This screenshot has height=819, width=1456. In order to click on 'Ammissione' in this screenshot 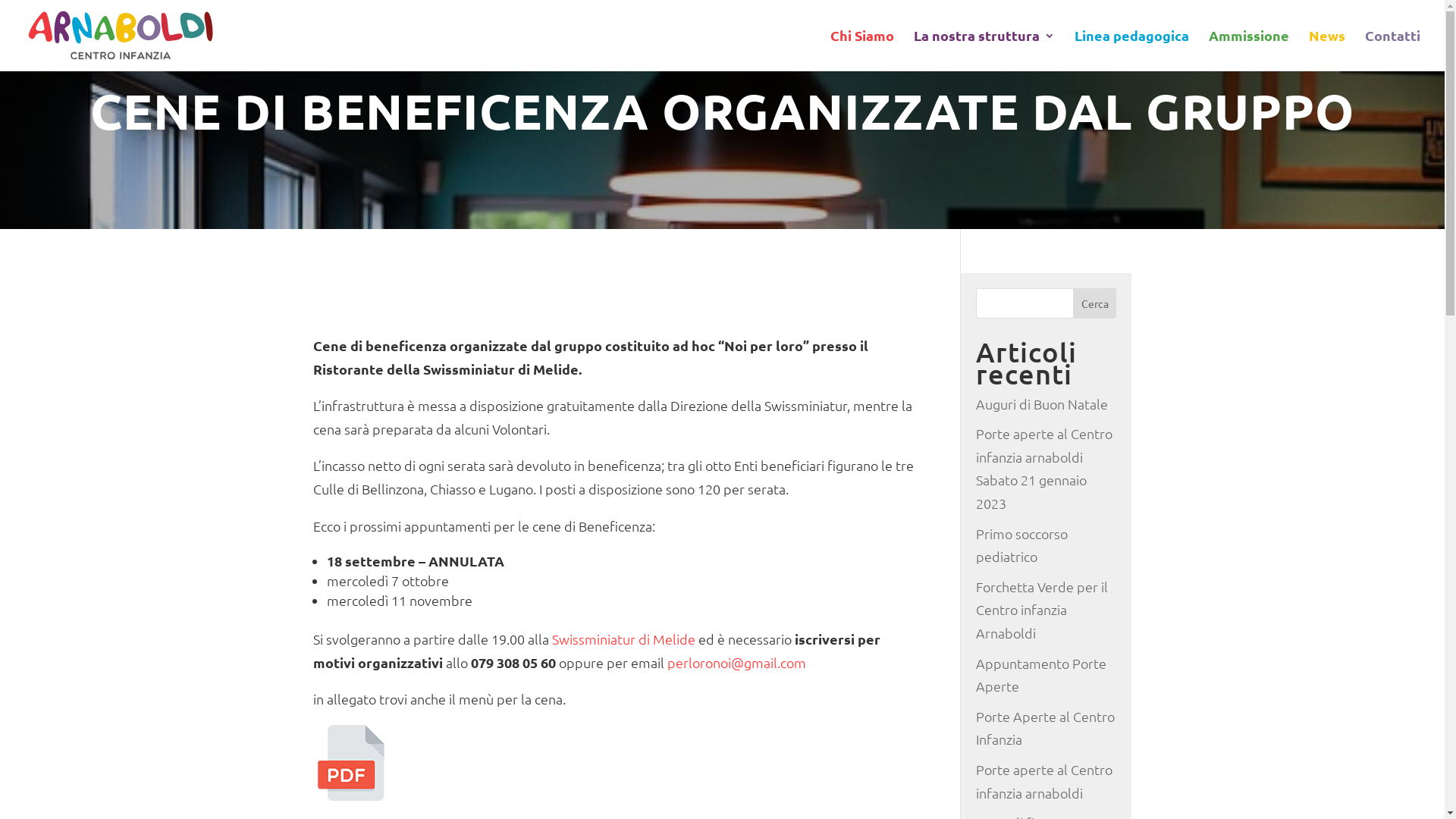, I will do `click(1248, 49)`.